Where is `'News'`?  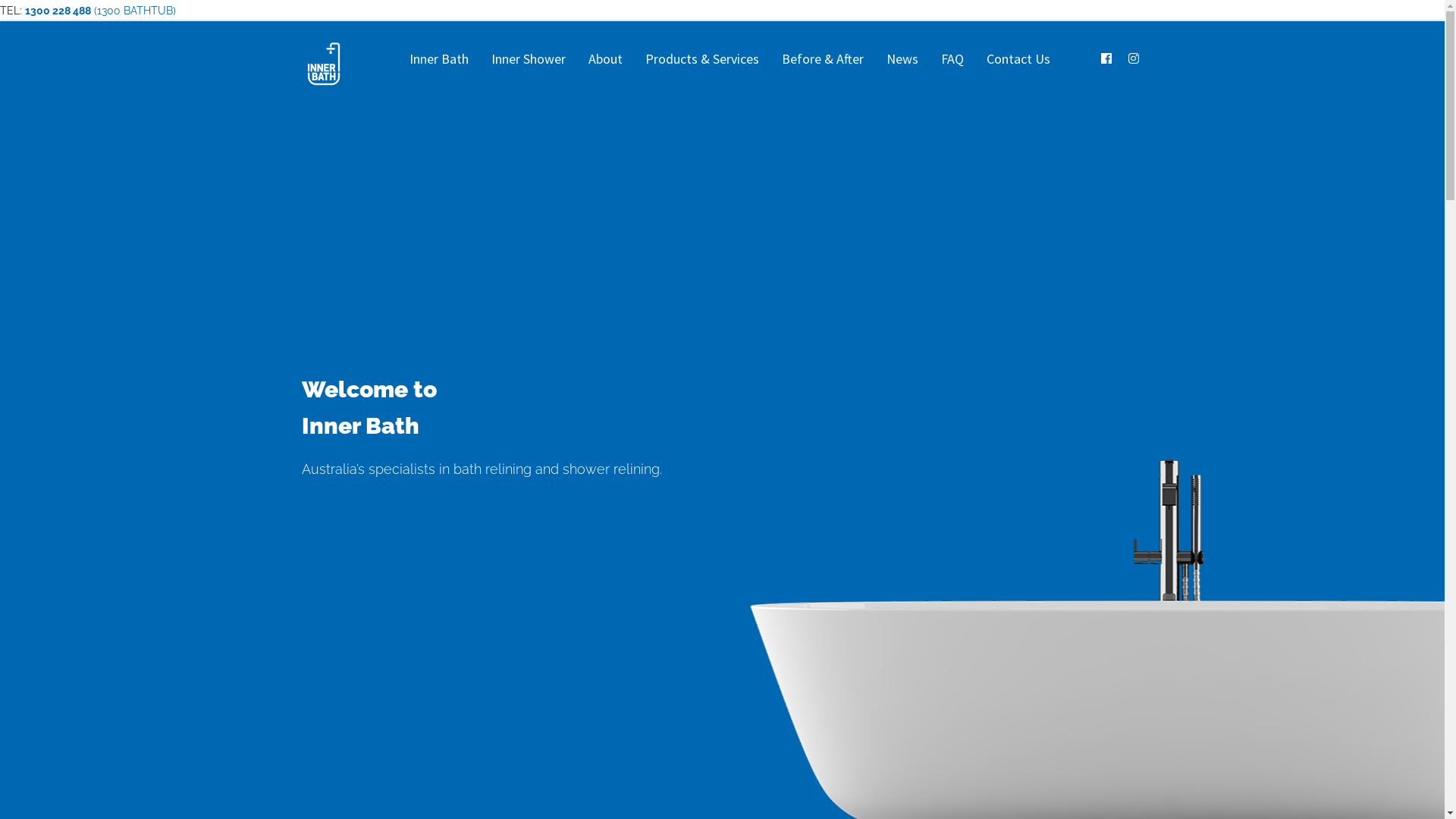 'News' is located at coordinates (902, 58).